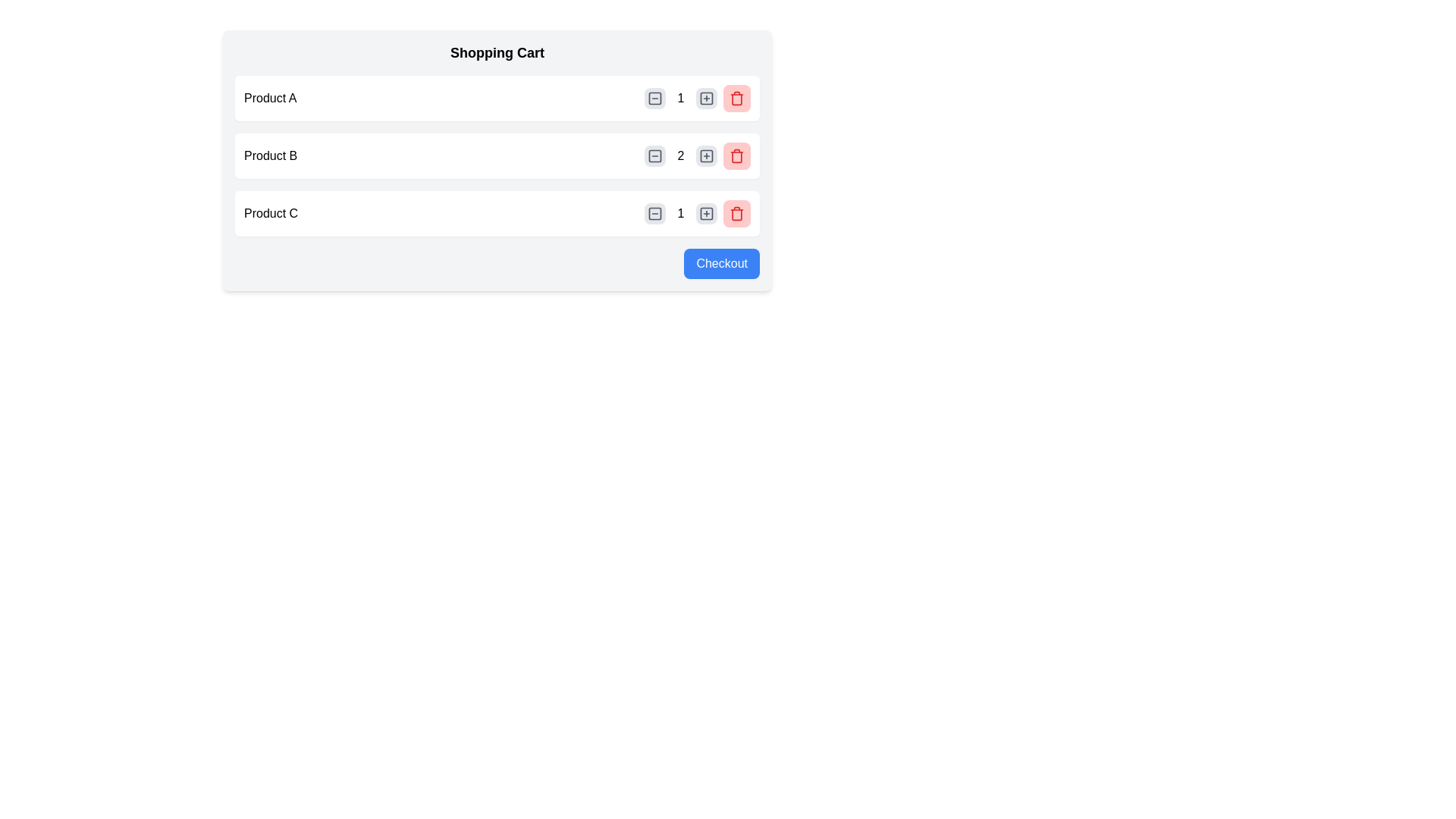 Image resolution: width=1456 pixels, height=819 pixels. What do you see at coordinates (655, 213) in the screenshot?
I see `the square button icon with a minus symbol at its center to reduce the product quantity for 'Product C'` at bounding box center [655, 213].